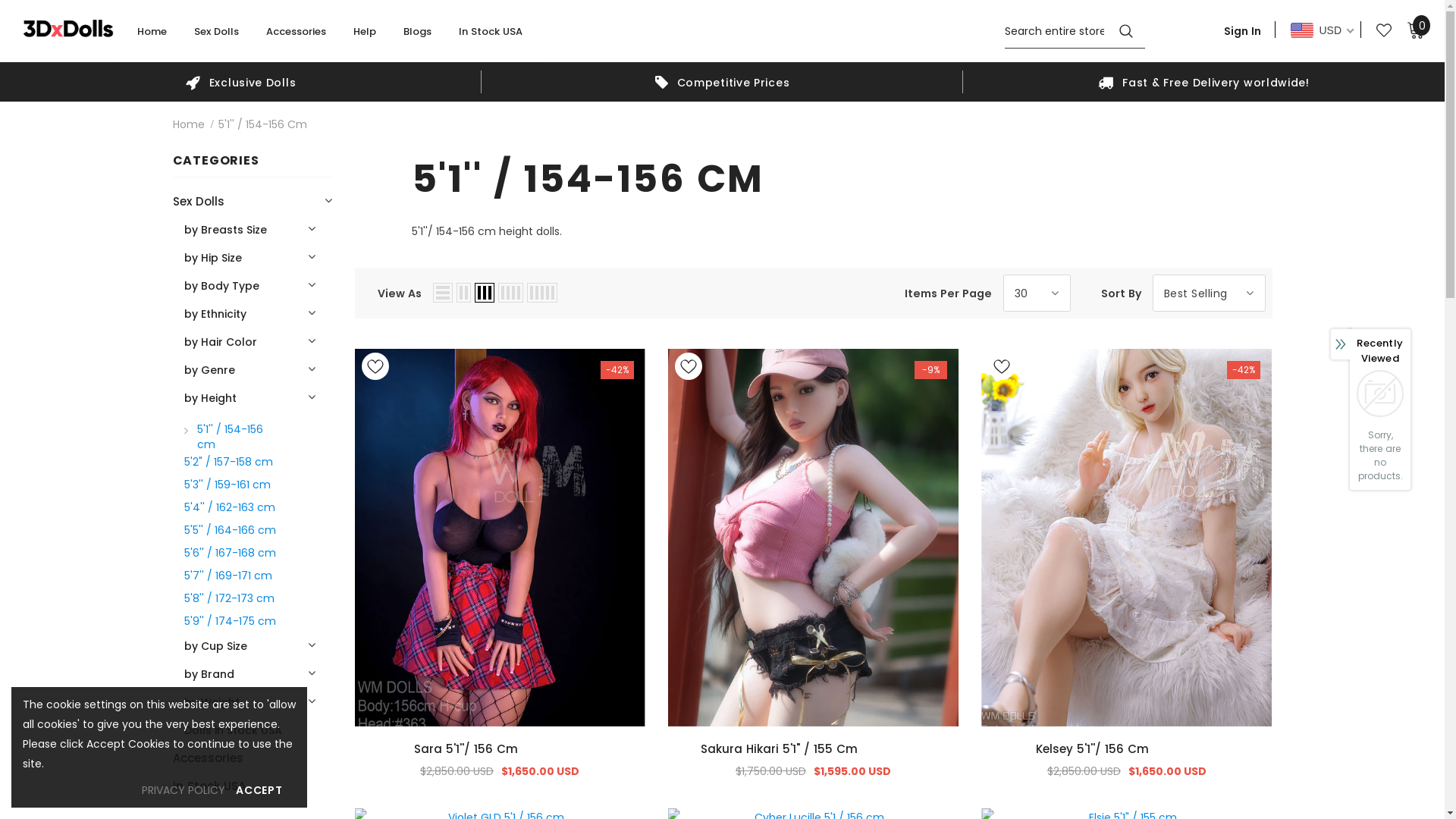  Describe the element at coordinates (500, 748) in the screenshot. I see `'Sara 5'1''/ 156 Cm'` at that location.